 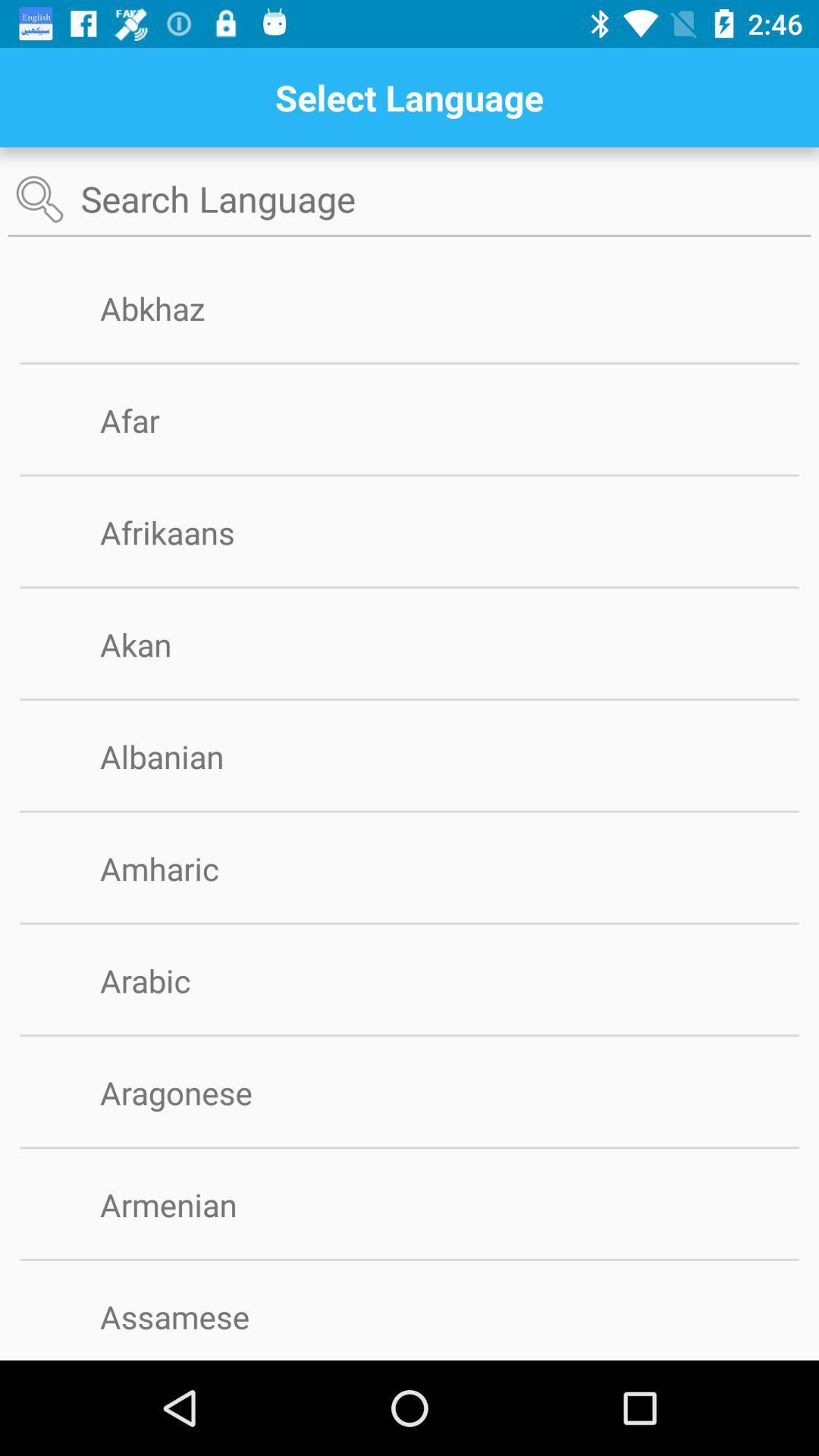 I want to click on icon below afrikaans item, so click(x=409, y=586).